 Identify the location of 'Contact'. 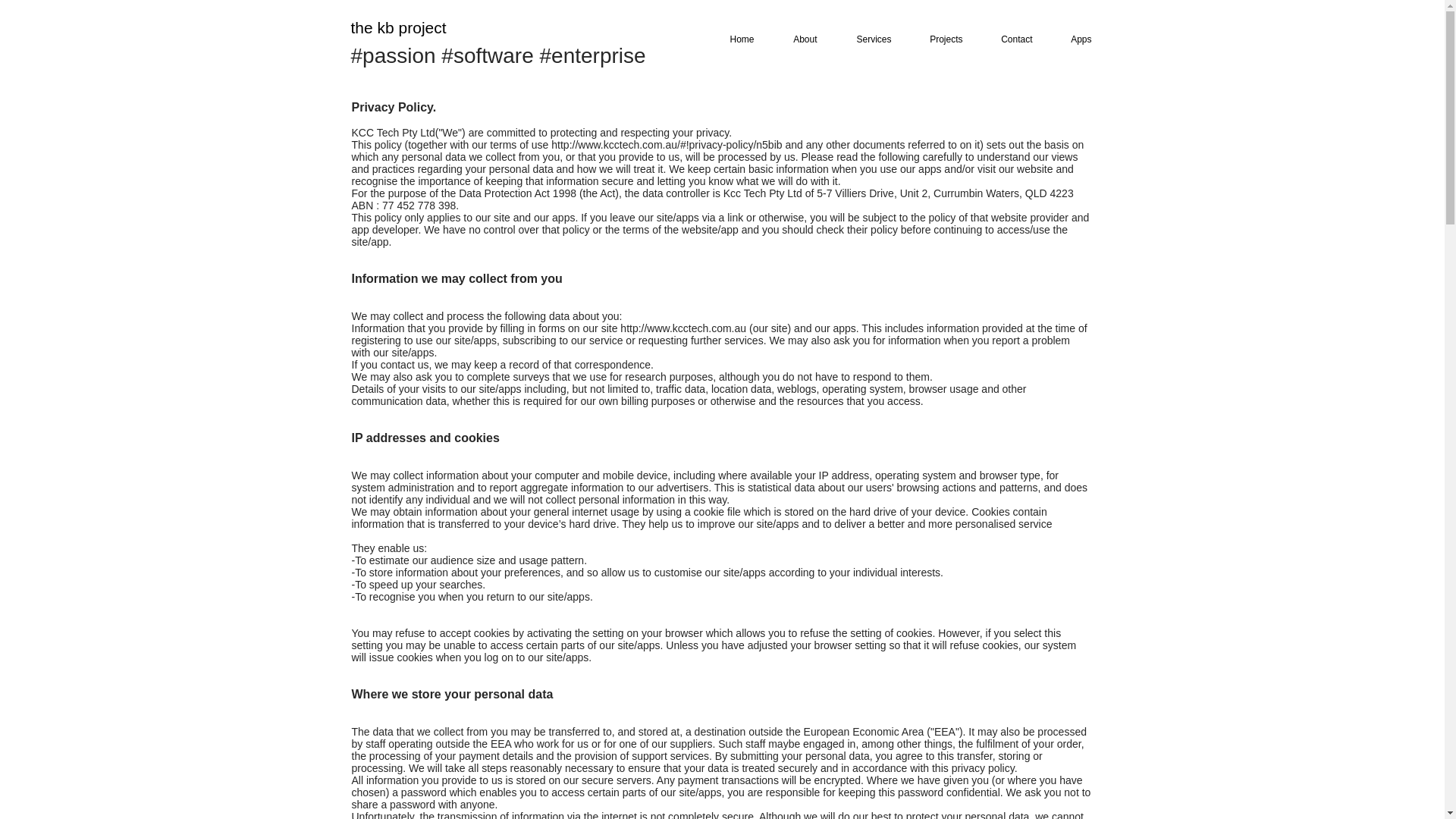
(1009, 39).